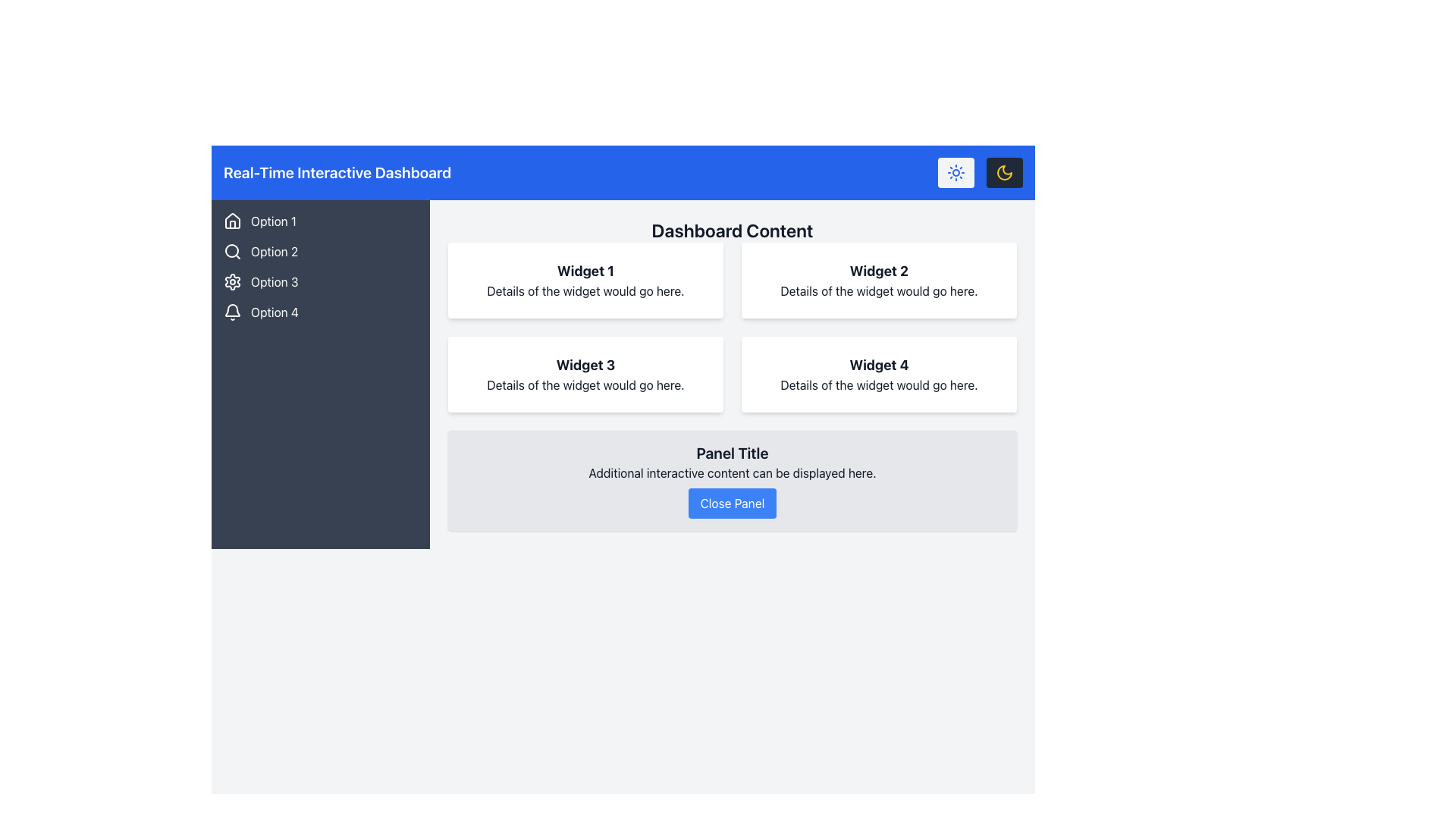 This screenshot has height=819, width=1456. What do you see at coordinates (319, 265) in the screenshot?
I see `the first option in the vertical navigation list located on the left side of the panel, which has a dark gray background` at bounding box center [319, 265].